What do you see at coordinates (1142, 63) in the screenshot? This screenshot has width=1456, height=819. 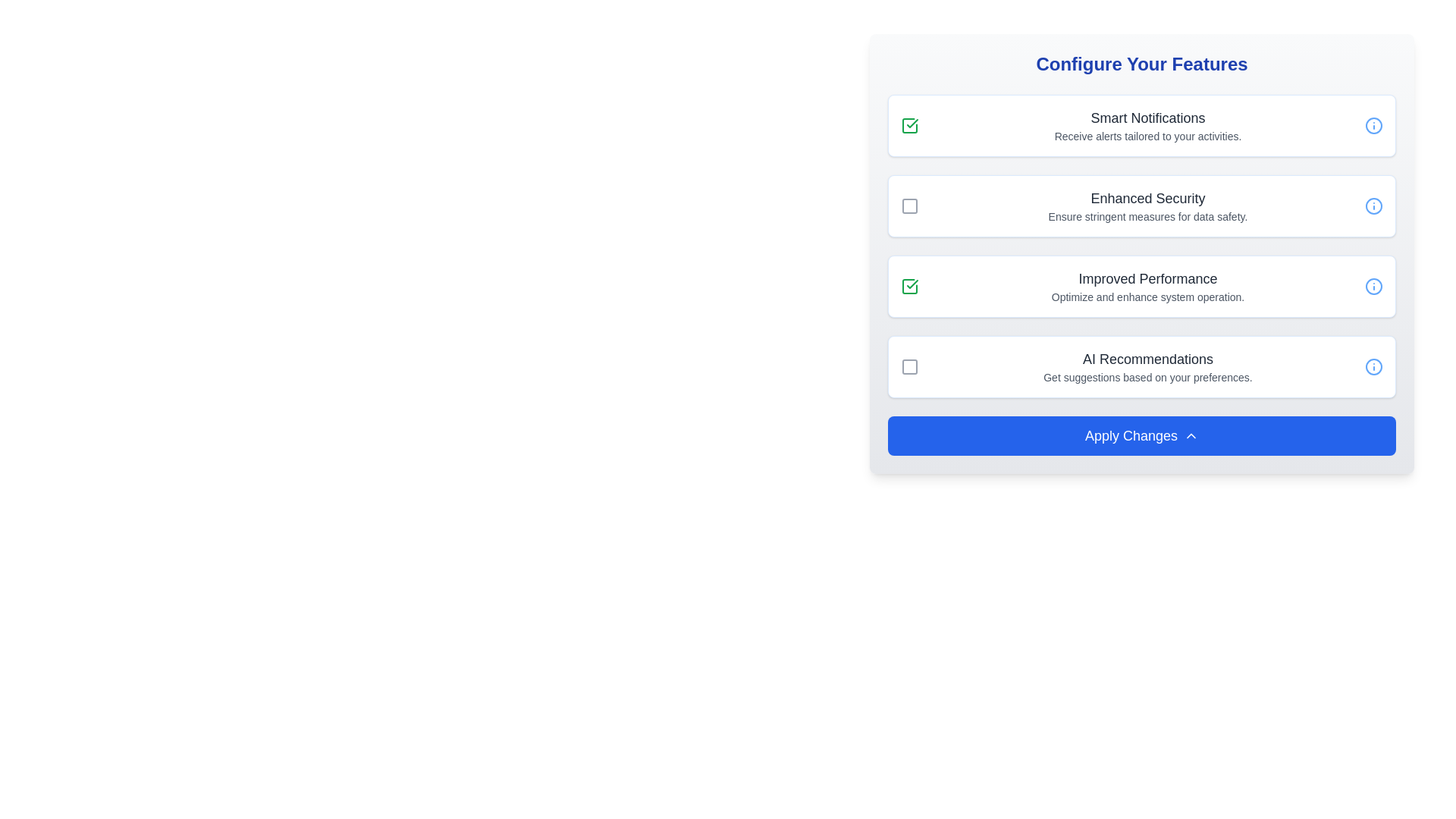 I see `text of the title label positioned at the top of the configuration section, which serves as the heading for the section` at bounding box center [1142, 63].